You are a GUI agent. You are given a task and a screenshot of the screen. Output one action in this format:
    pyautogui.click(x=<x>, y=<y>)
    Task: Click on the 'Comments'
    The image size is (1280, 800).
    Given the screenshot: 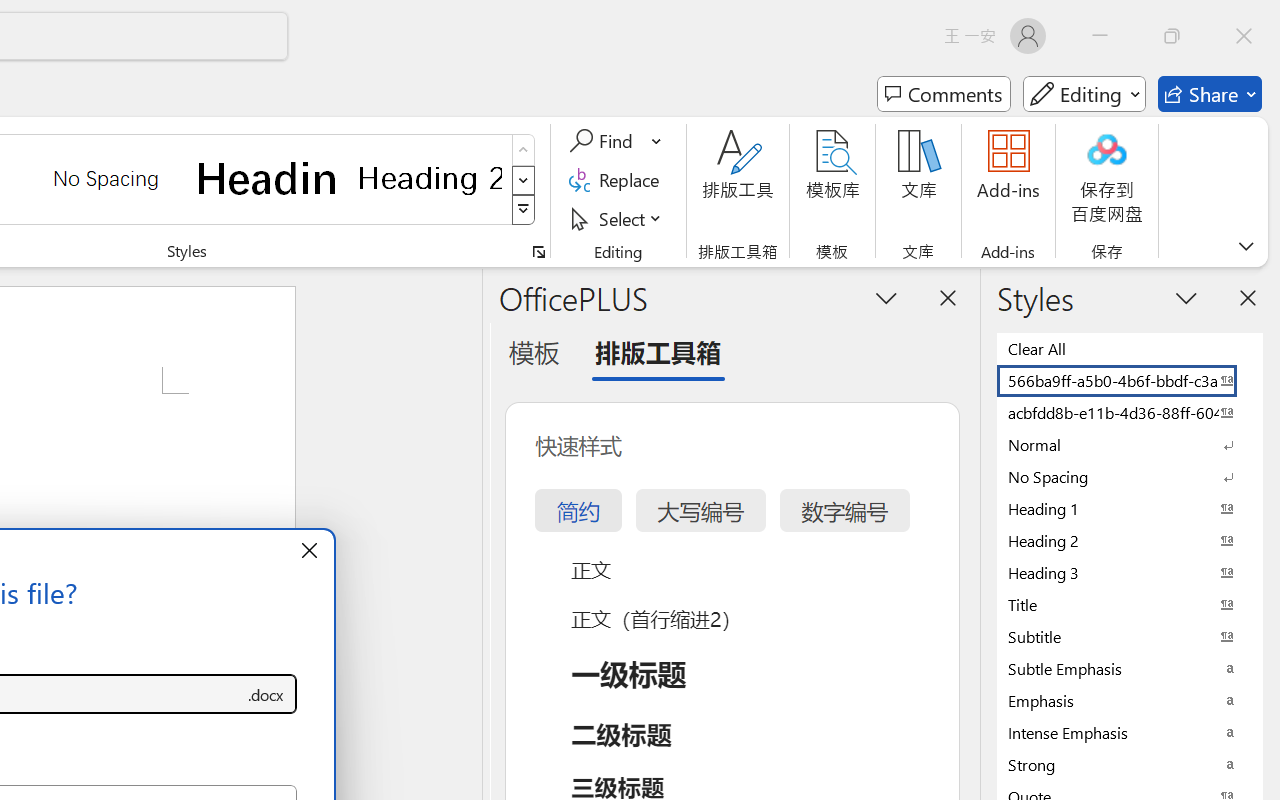 What is the action you would take?
    pyautogui.click(x=943, y=94)
    